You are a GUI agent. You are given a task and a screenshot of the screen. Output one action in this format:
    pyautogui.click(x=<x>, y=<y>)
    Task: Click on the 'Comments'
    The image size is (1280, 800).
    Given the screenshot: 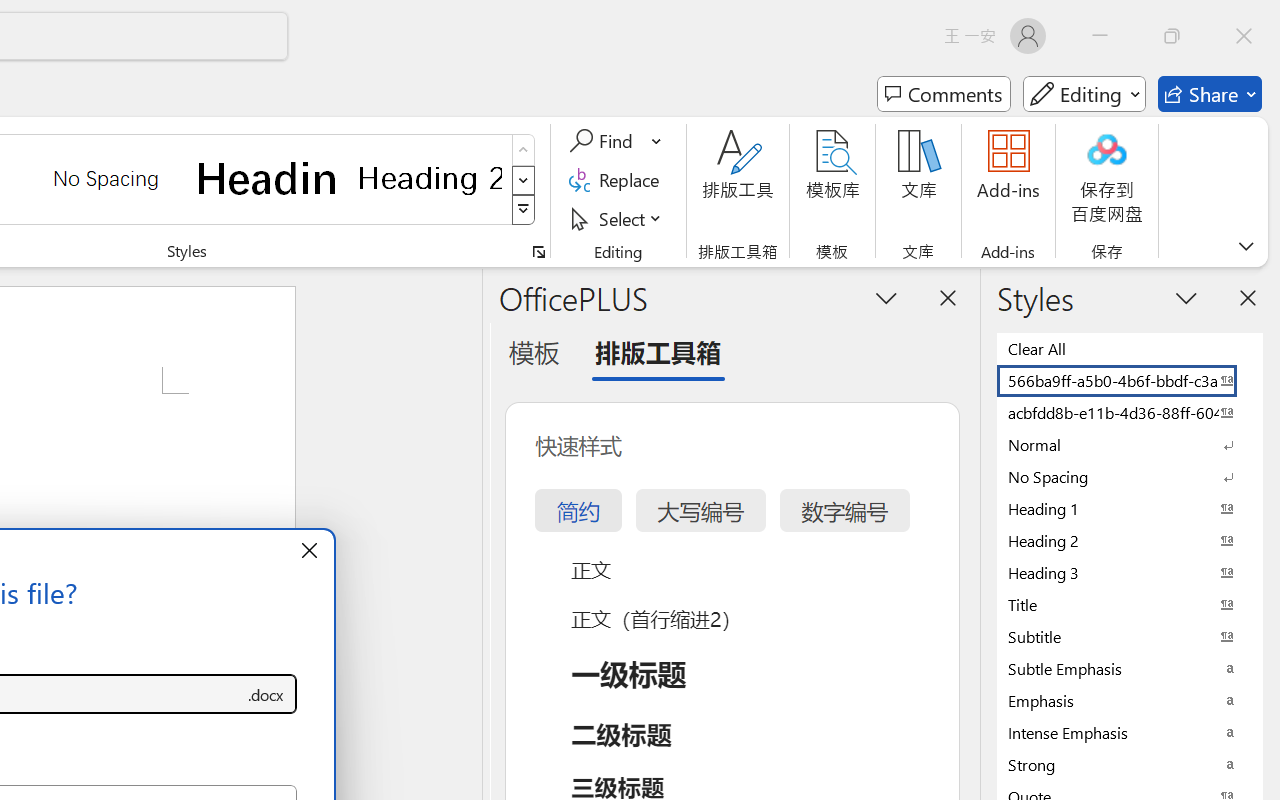 What is the action you would take?
    pyautogui.click(x=943, y=94)
    